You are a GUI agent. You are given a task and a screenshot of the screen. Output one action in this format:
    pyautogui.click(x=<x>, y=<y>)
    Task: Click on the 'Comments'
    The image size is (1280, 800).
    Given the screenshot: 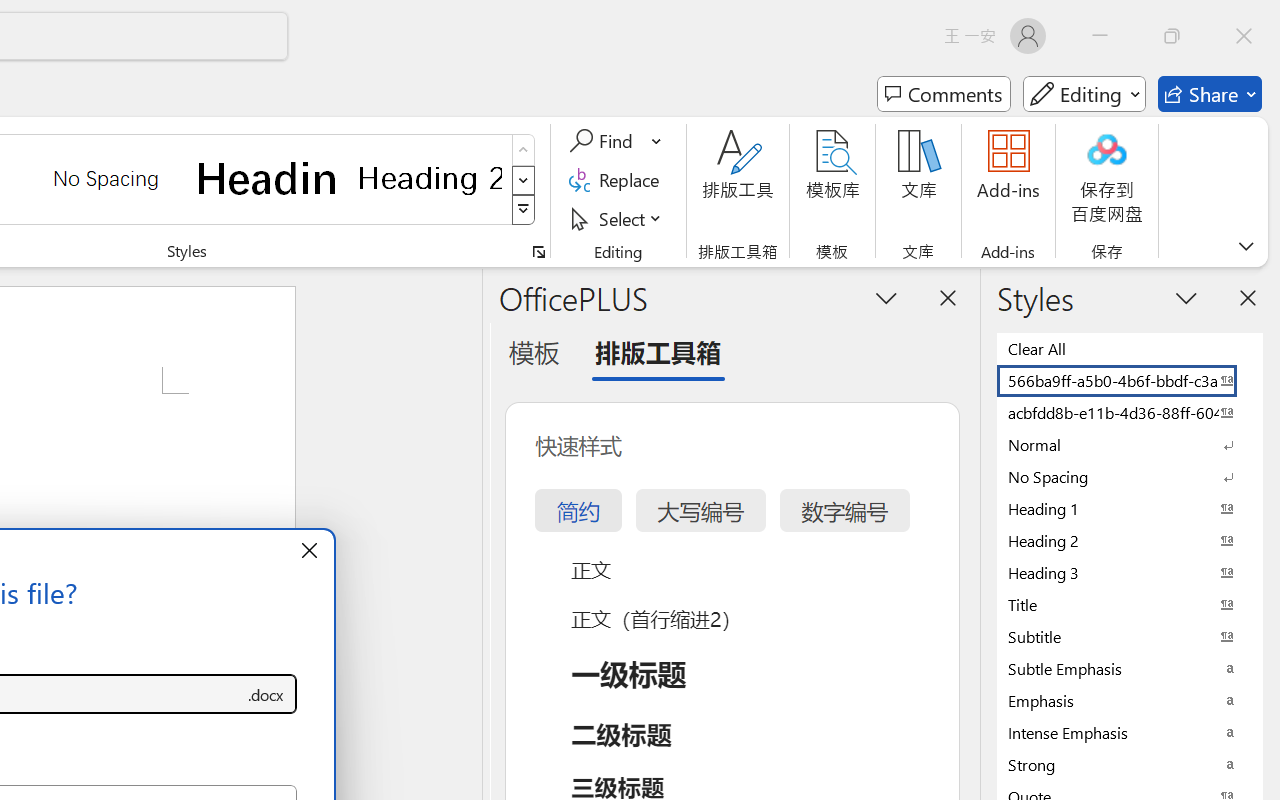 What is the action you would take?
    pyautogui.click(x=943, y=94)
    